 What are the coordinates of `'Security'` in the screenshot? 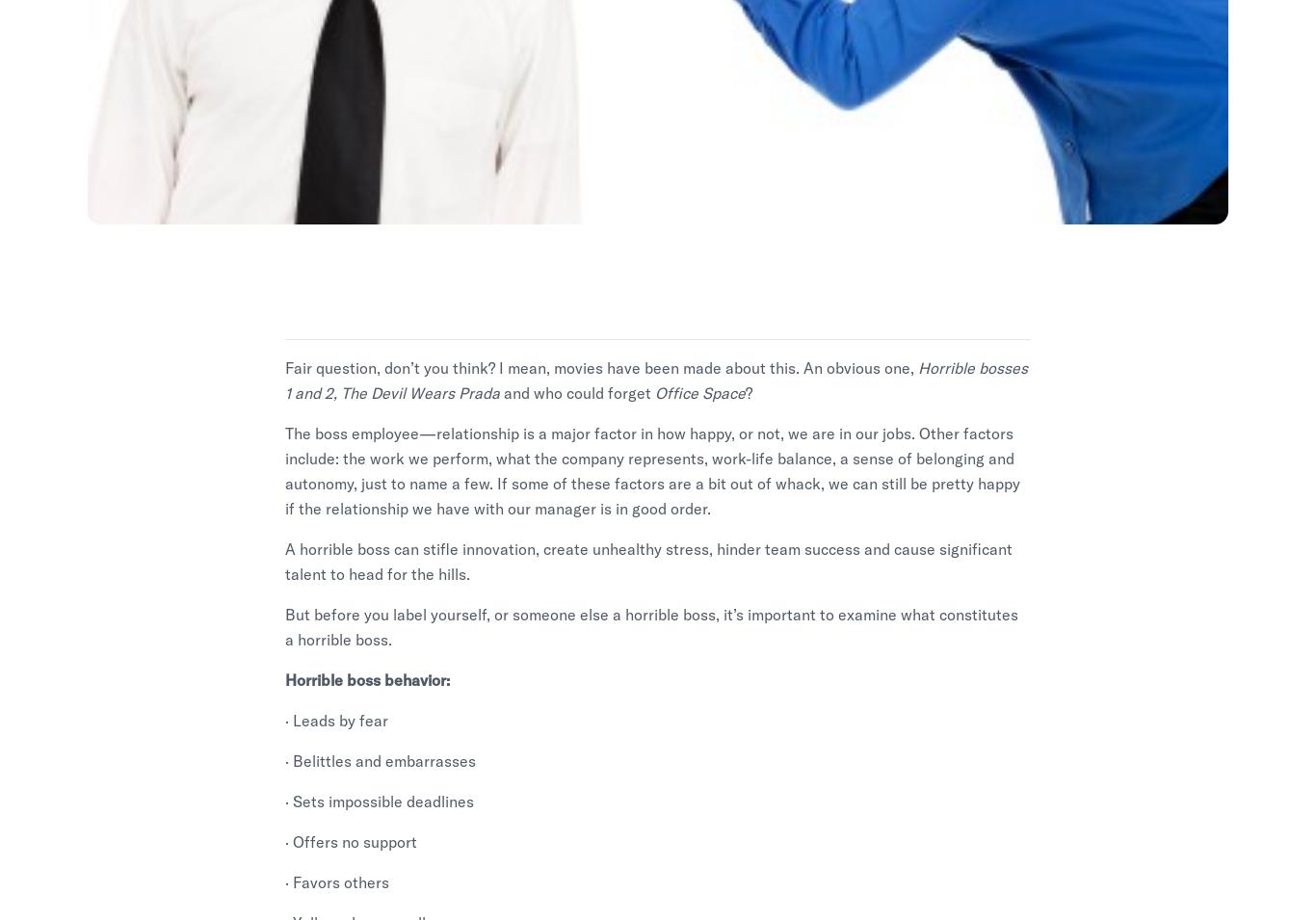 It's located at (1089, 657).